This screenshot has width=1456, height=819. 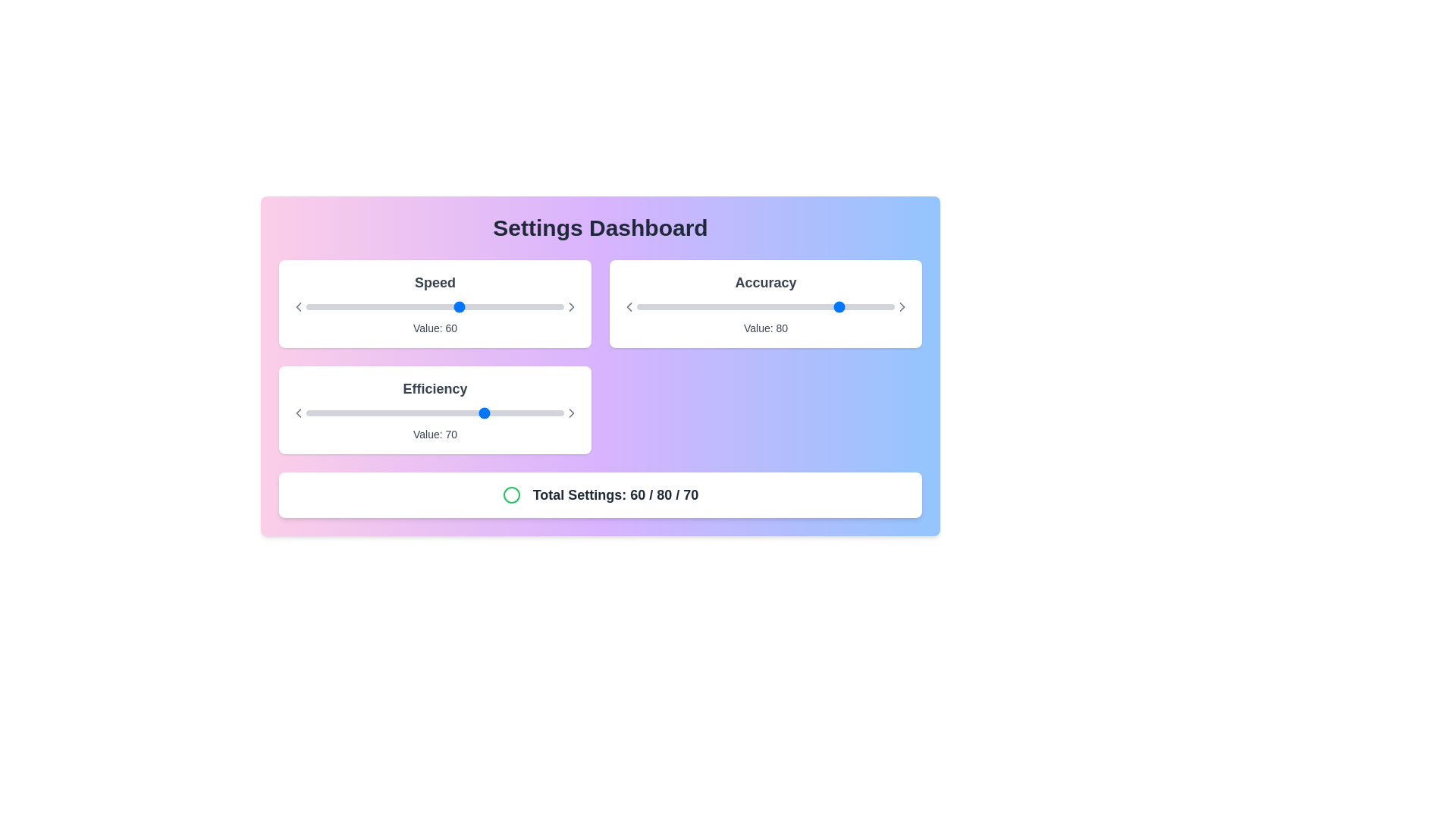 I want to click on efficiency, so click(x=326, y=413).